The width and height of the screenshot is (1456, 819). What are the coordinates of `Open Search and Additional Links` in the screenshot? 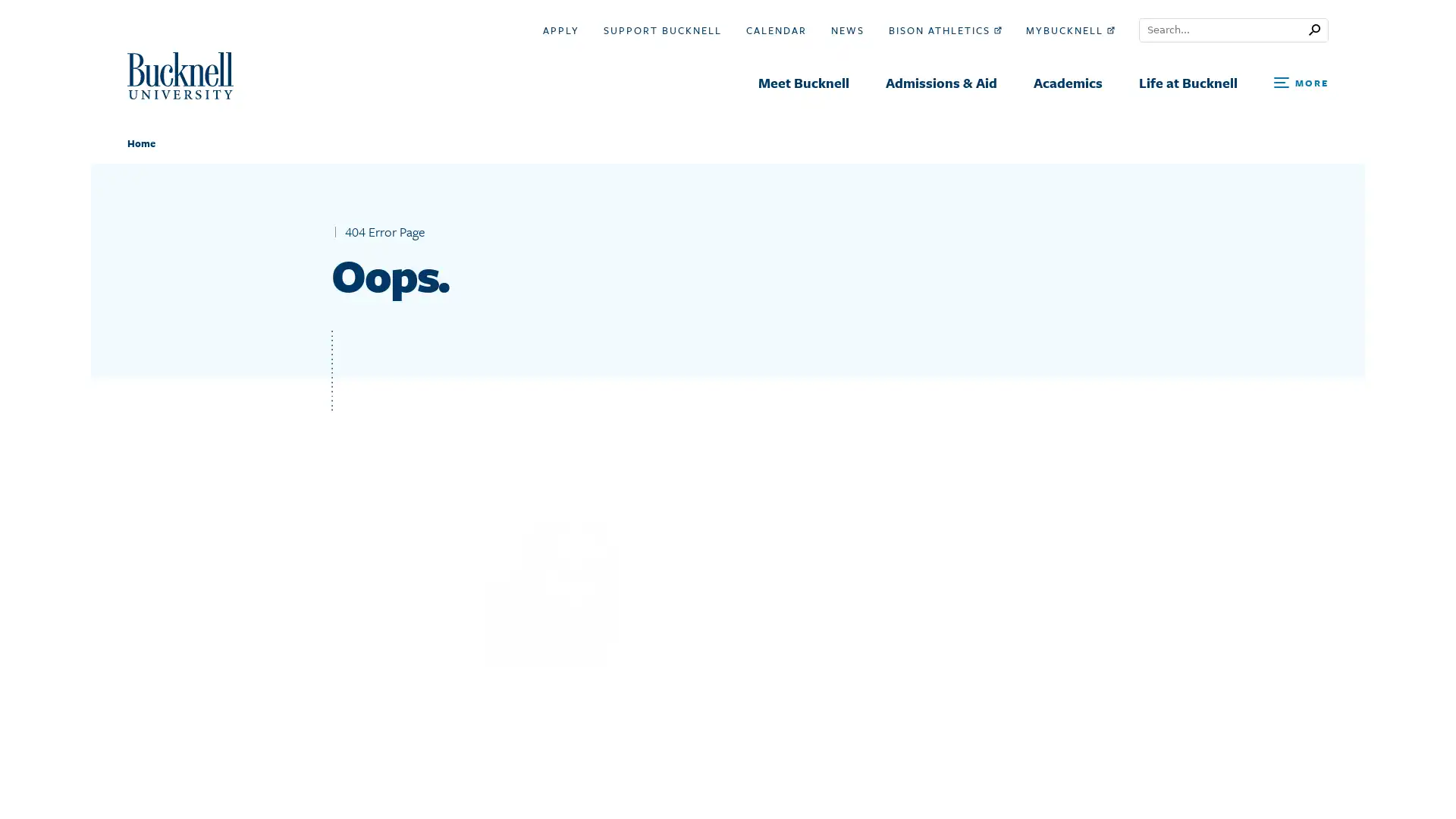 It's located at (1301, 83).